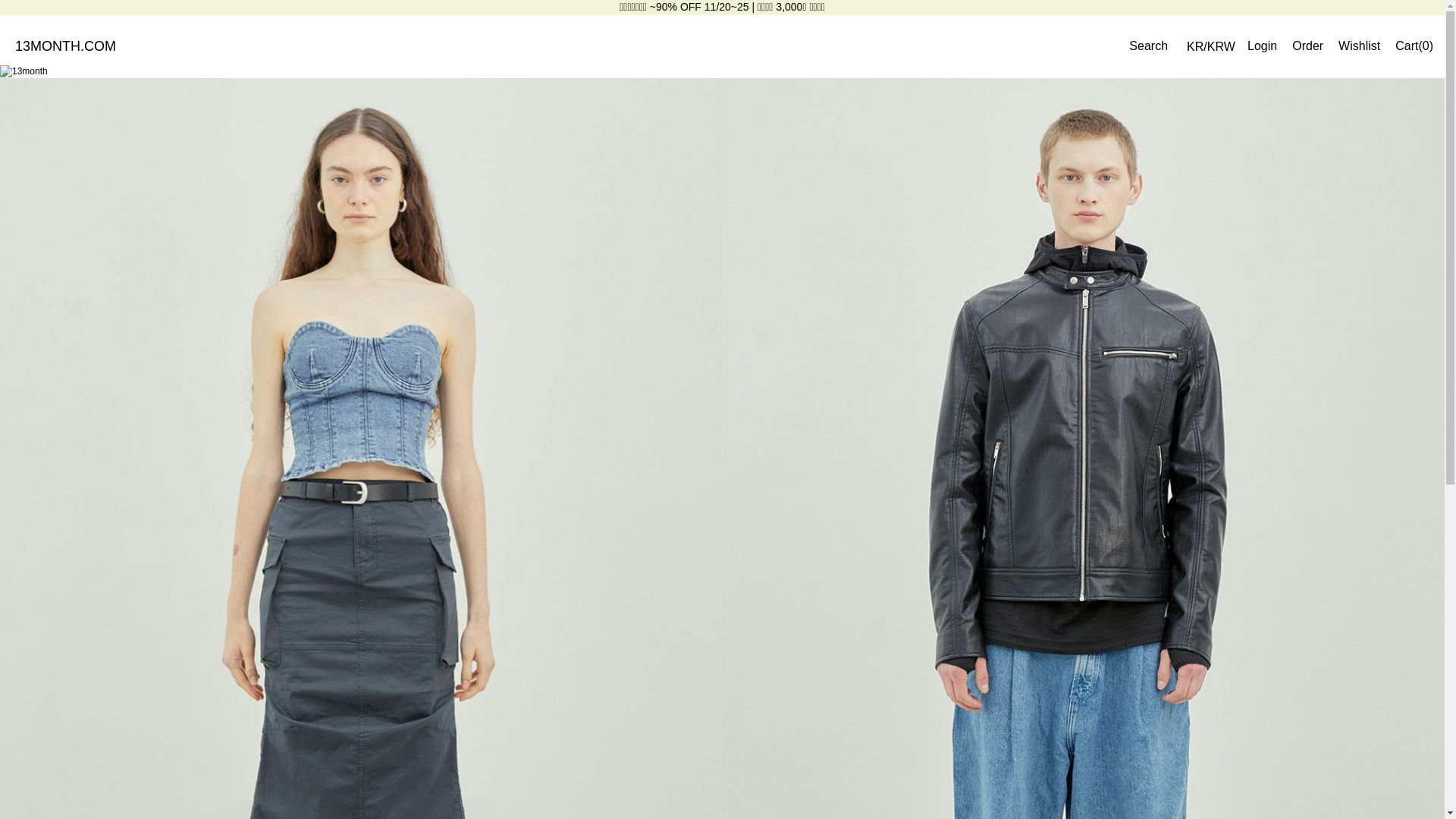 This screenshot has width=1456, height=819. What do you see at coordinates (1148, 45) in the screenshot?
I see `'Search'` at bounding box center [1148, 45].